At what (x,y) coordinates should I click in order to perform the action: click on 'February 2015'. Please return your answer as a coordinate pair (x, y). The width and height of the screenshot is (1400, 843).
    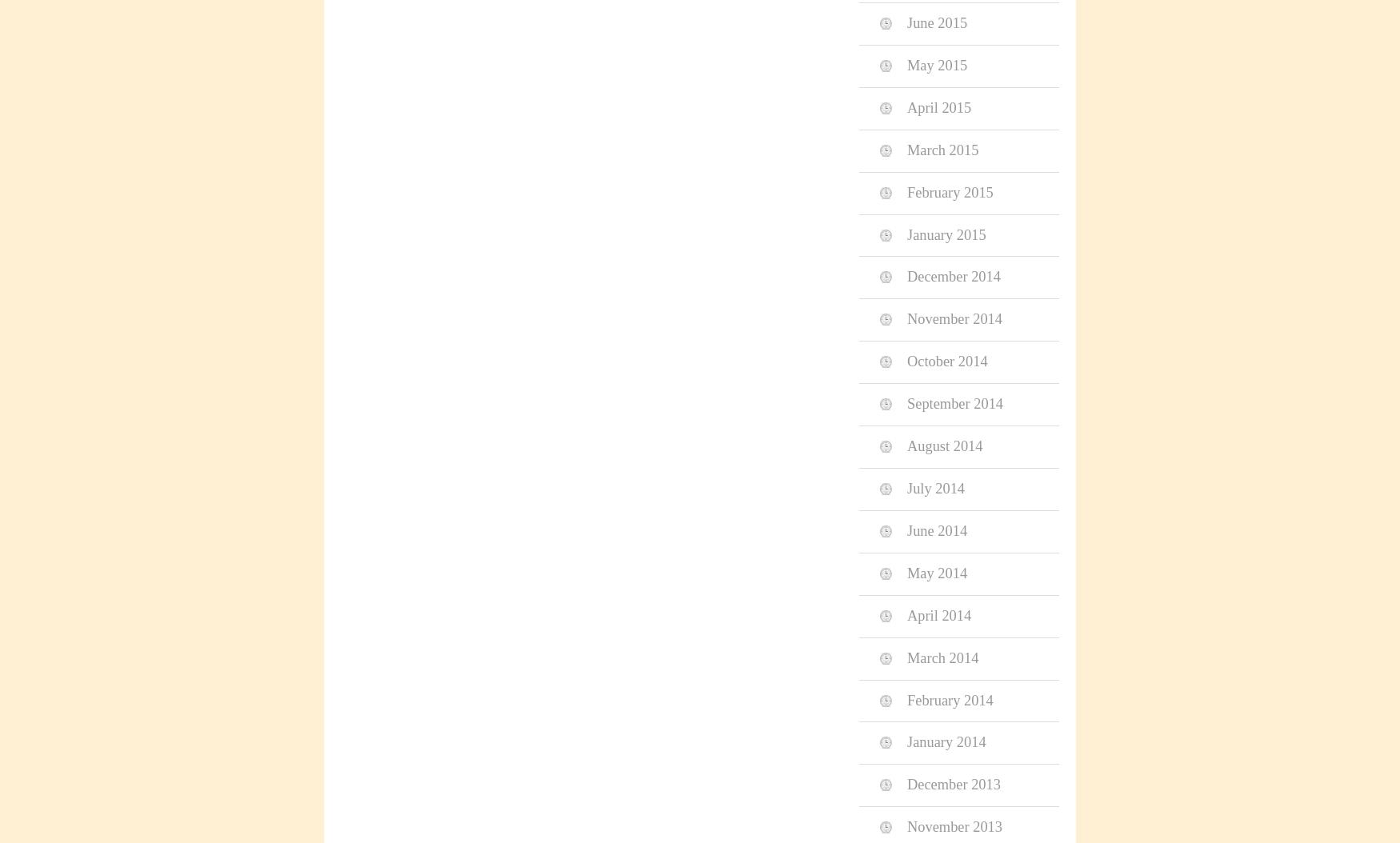
    Looking at the image, I should click on (949, 191).